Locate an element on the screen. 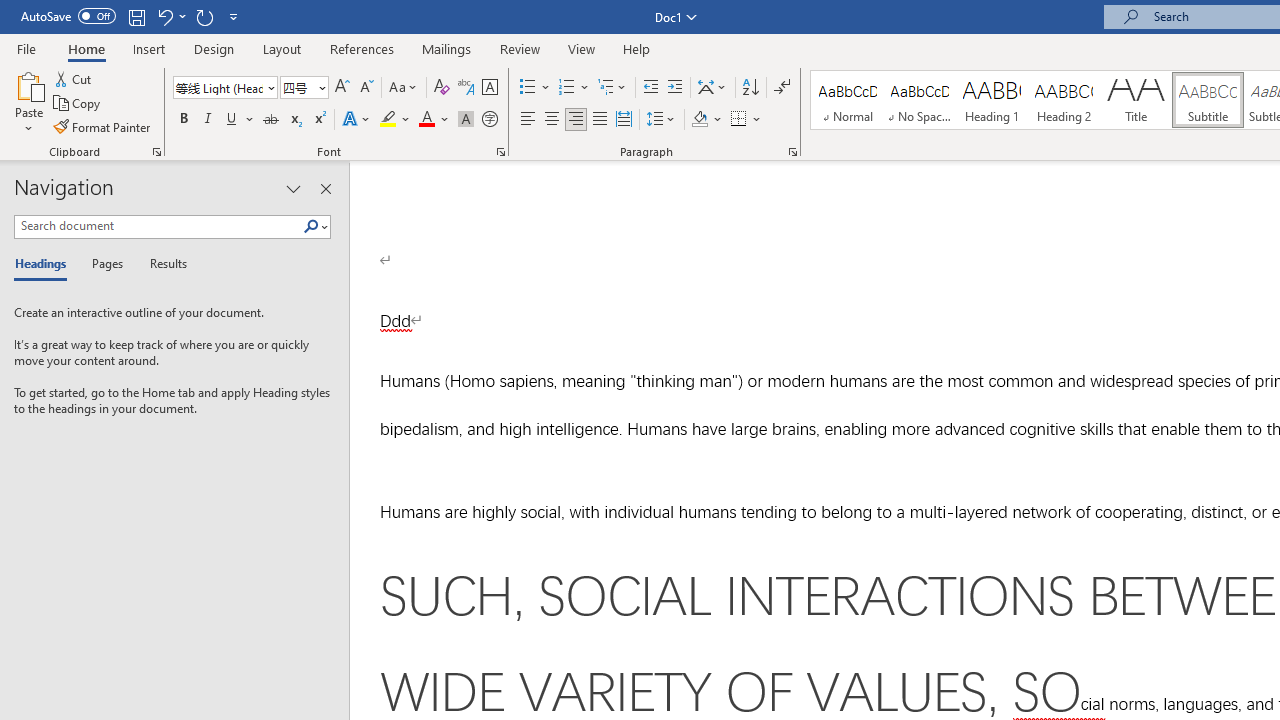  'Text Highlight Color Yellow' is located at coordinates (388, 119).